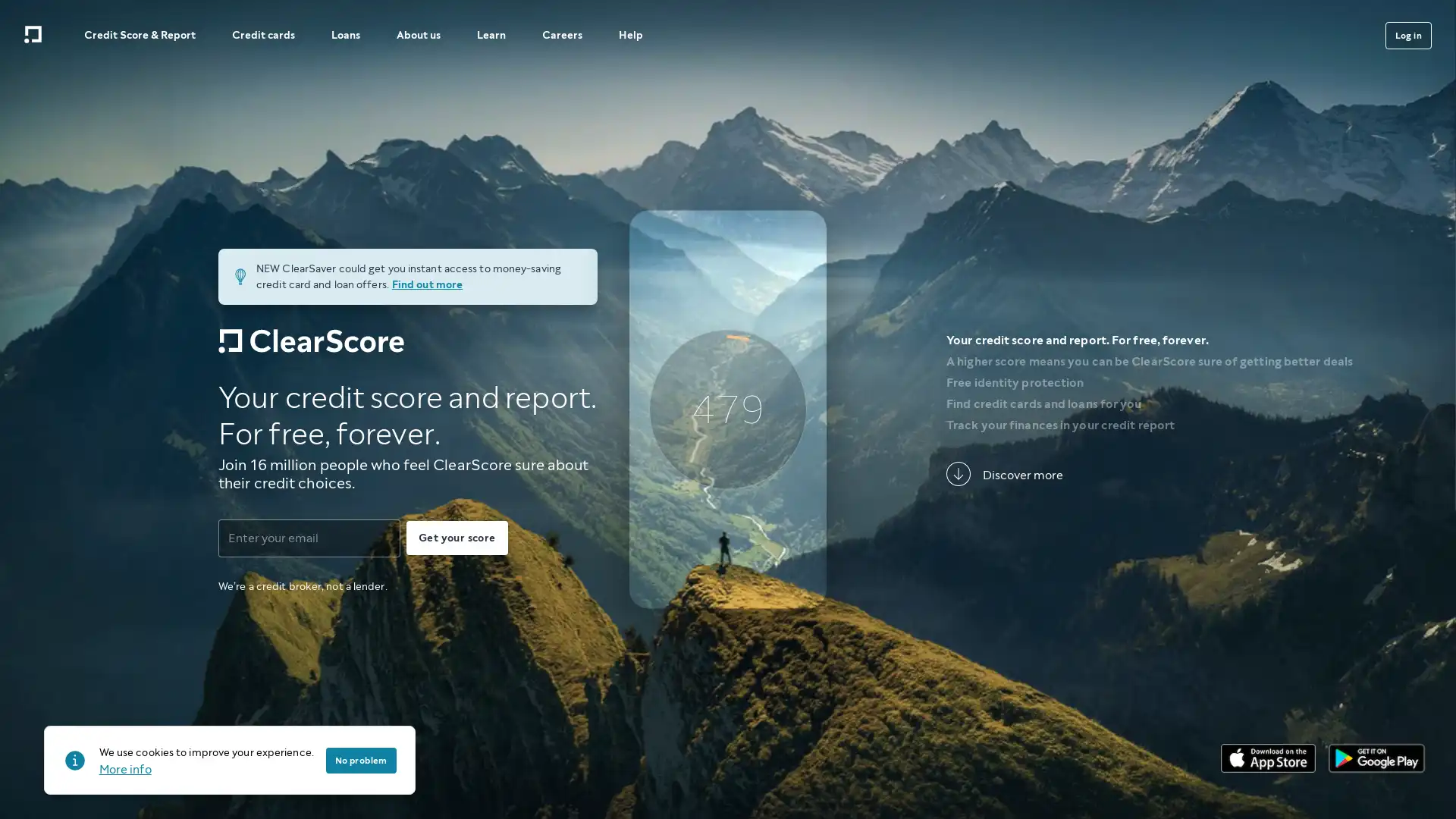  I want to click on Get your score, so click(456, 537).